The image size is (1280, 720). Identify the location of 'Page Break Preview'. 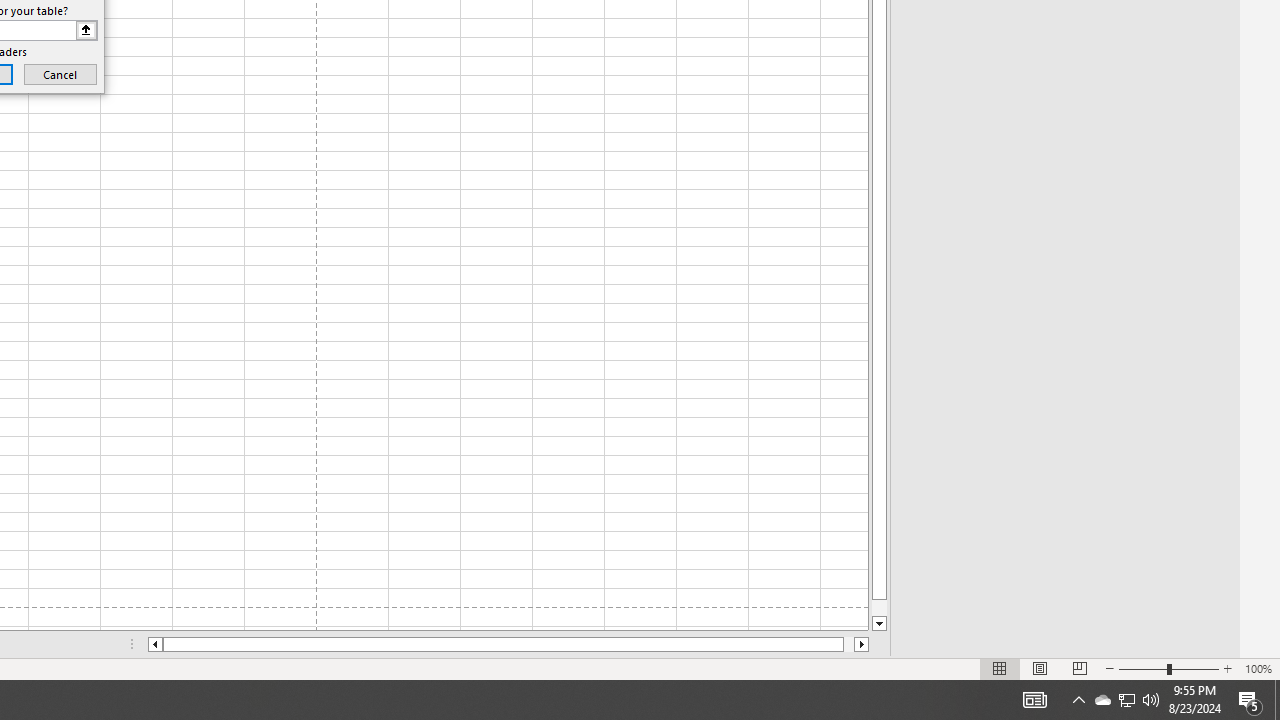
(1078, 669).